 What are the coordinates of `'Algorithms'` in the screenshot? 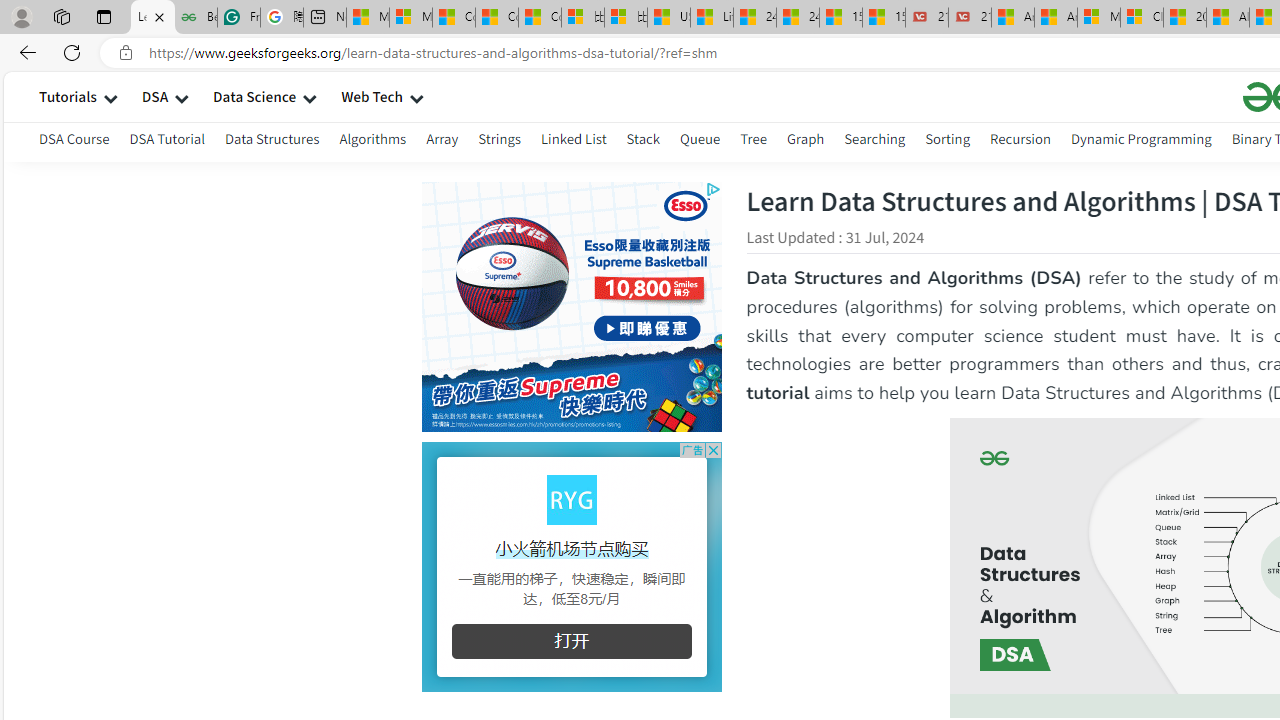 It's located at (373, 138).